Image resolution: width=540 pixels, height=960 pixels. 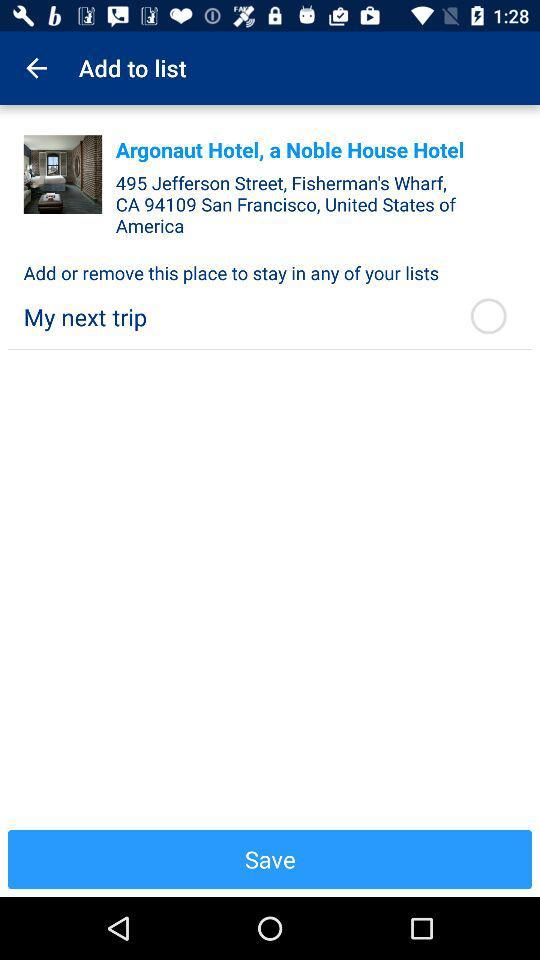 I want to click on the app next to the add to list item, so click(x=36, y=68).